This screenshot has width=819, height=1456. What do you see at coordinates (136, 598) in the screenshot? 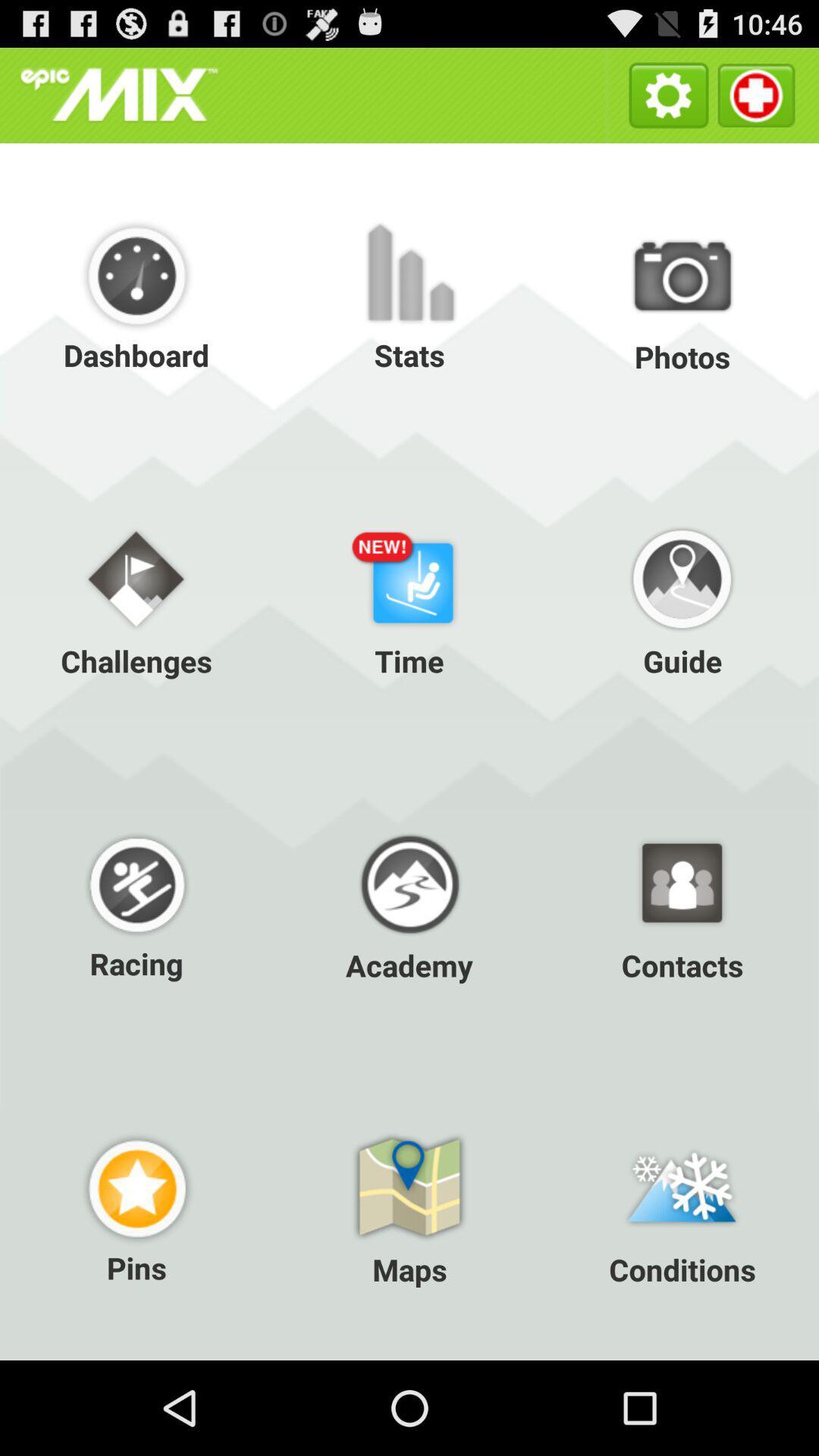
I see `challenges item` at bounding box center [136, 598].